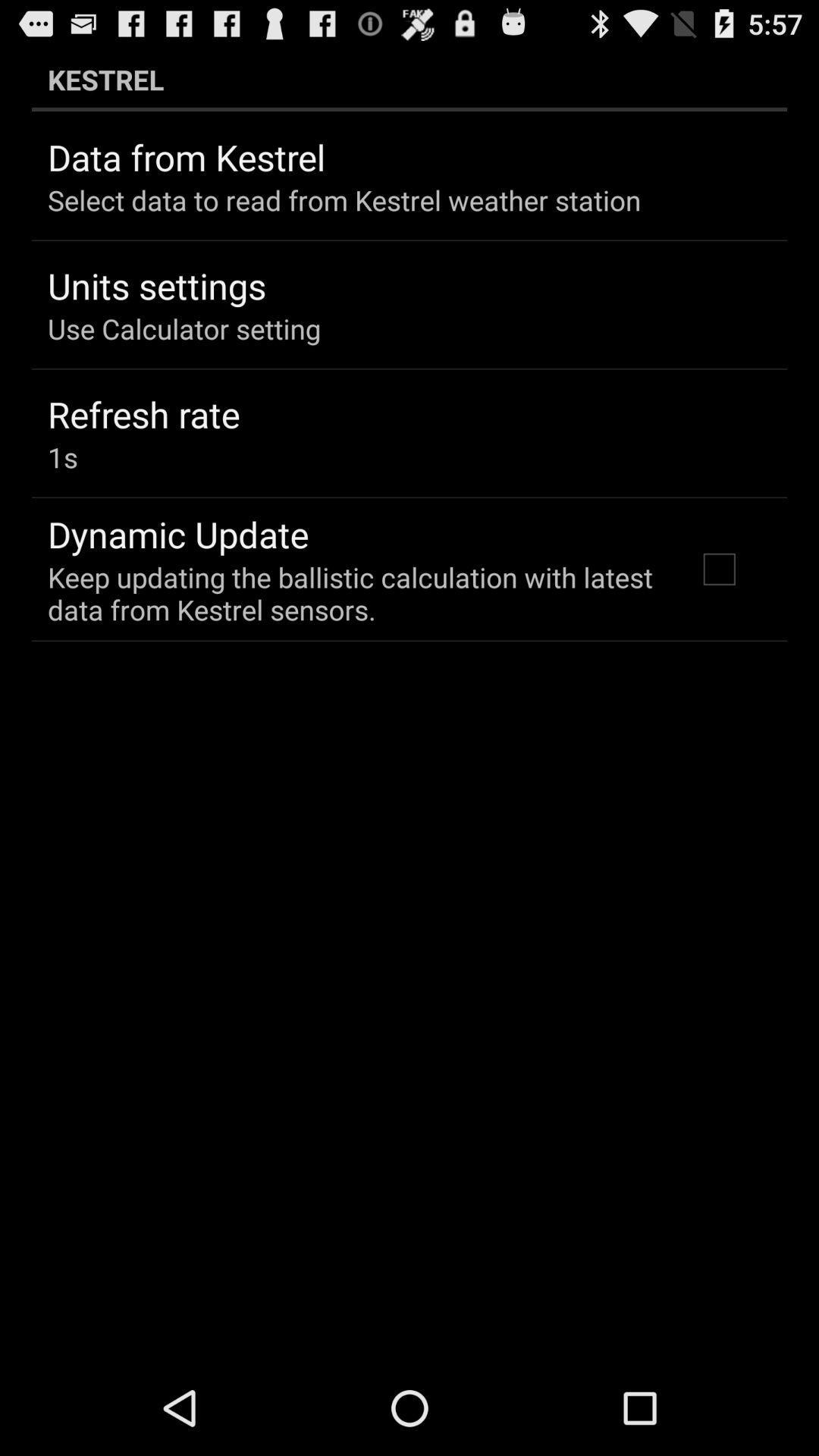 The width and height of the screenshot is (819, 1456). What do you see at coordinates (351, 592) in the screenshot?
I see `the keep updating the app` at bounding box center [351, 592].